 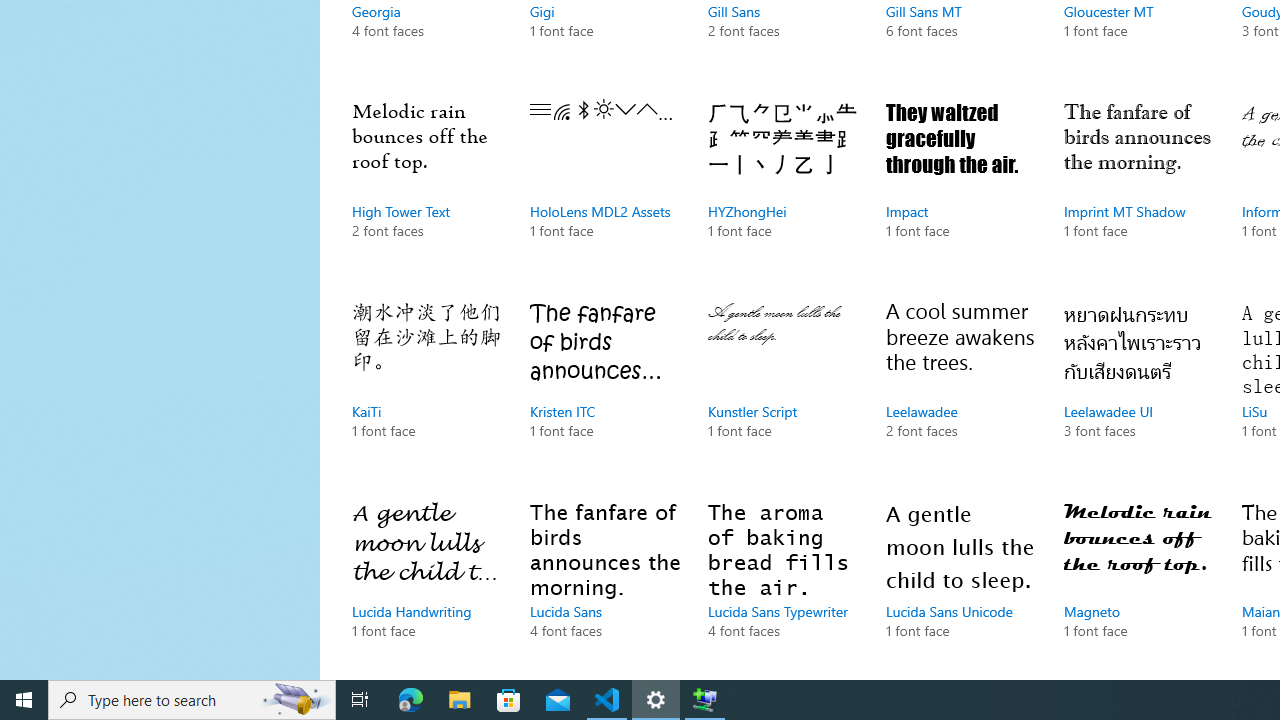 I want to click on 'Extensible Wizards Host Process - 1 running window', so click(x=705, y=698).